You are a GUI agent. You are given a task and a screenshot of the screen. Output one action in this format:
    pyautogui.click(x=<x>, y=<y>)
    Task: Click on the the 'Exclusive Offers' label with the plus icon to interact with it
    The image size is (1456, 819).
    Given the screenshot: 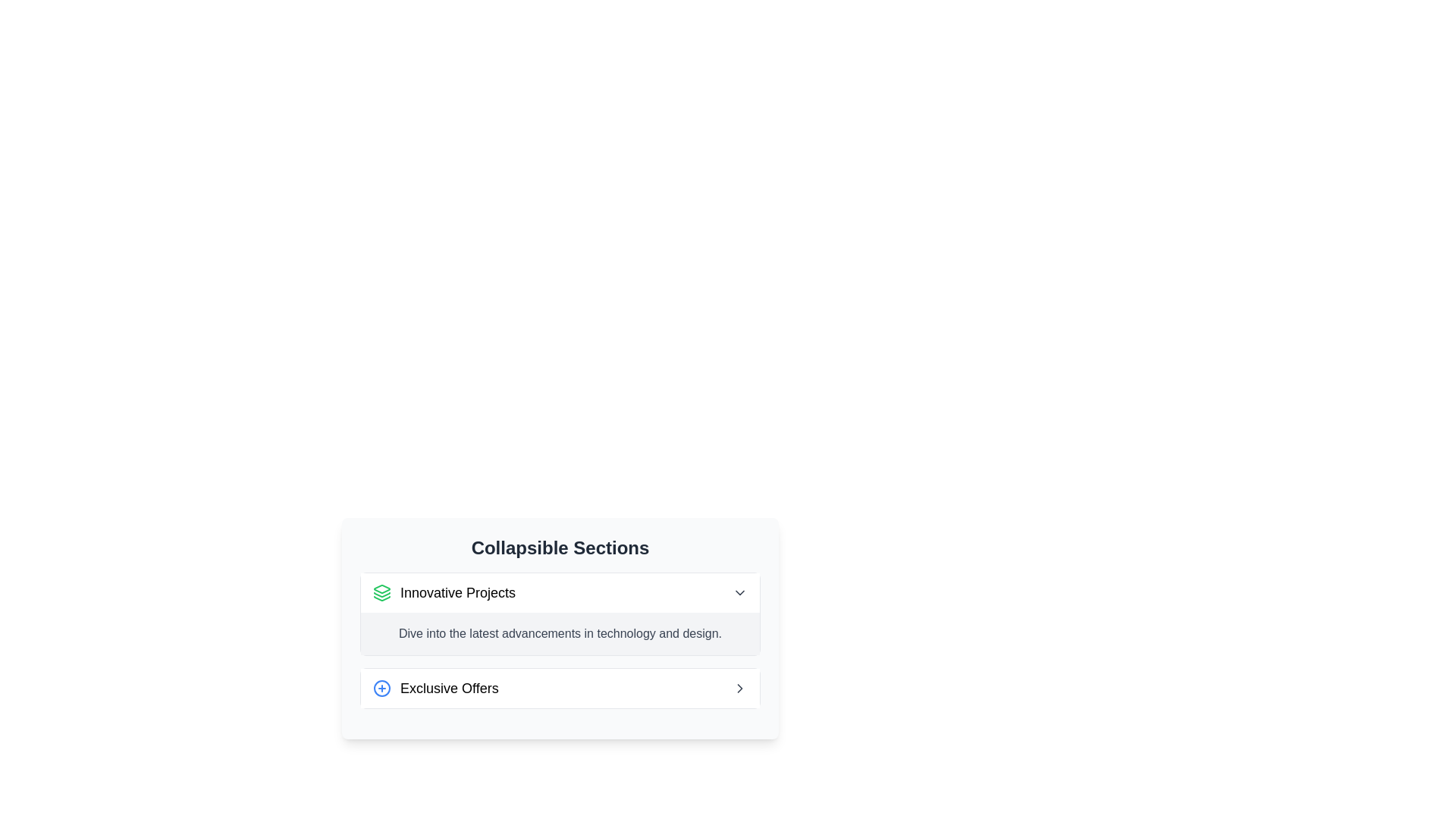 What is the action you would take?
    pyautogui.click(x=435, y=688)
    